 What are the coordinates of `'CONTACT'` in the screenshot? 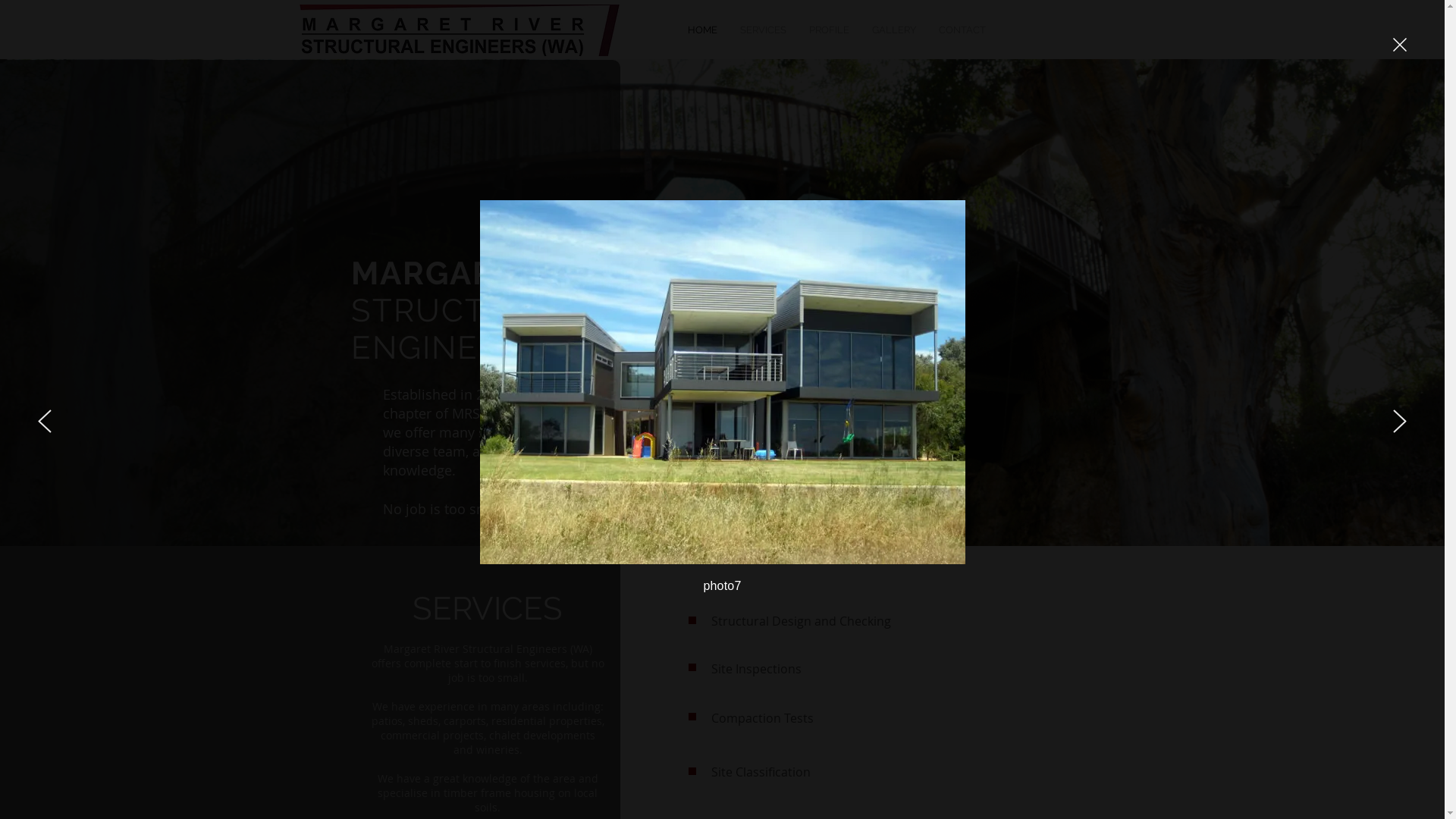 It's located at (960, 30).